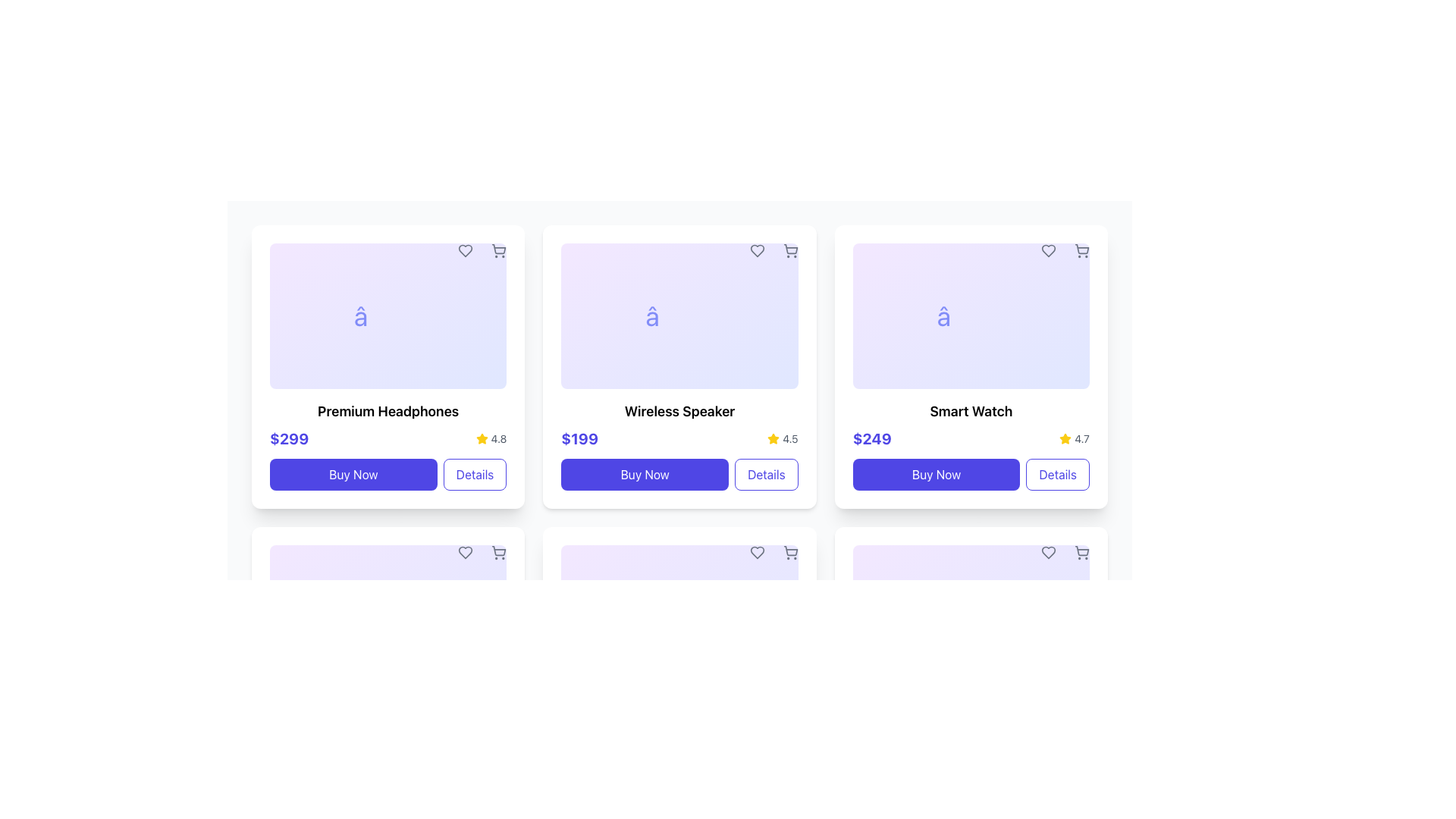 This screenshot has height=819, width=1456. I want to click on the 'Details' button, which is a rectangular button with a white background and purple border, containing the text 'Details' in purple font, located at the bottom right corner of the card for the 'Smart Watch', so click(1057, 473).